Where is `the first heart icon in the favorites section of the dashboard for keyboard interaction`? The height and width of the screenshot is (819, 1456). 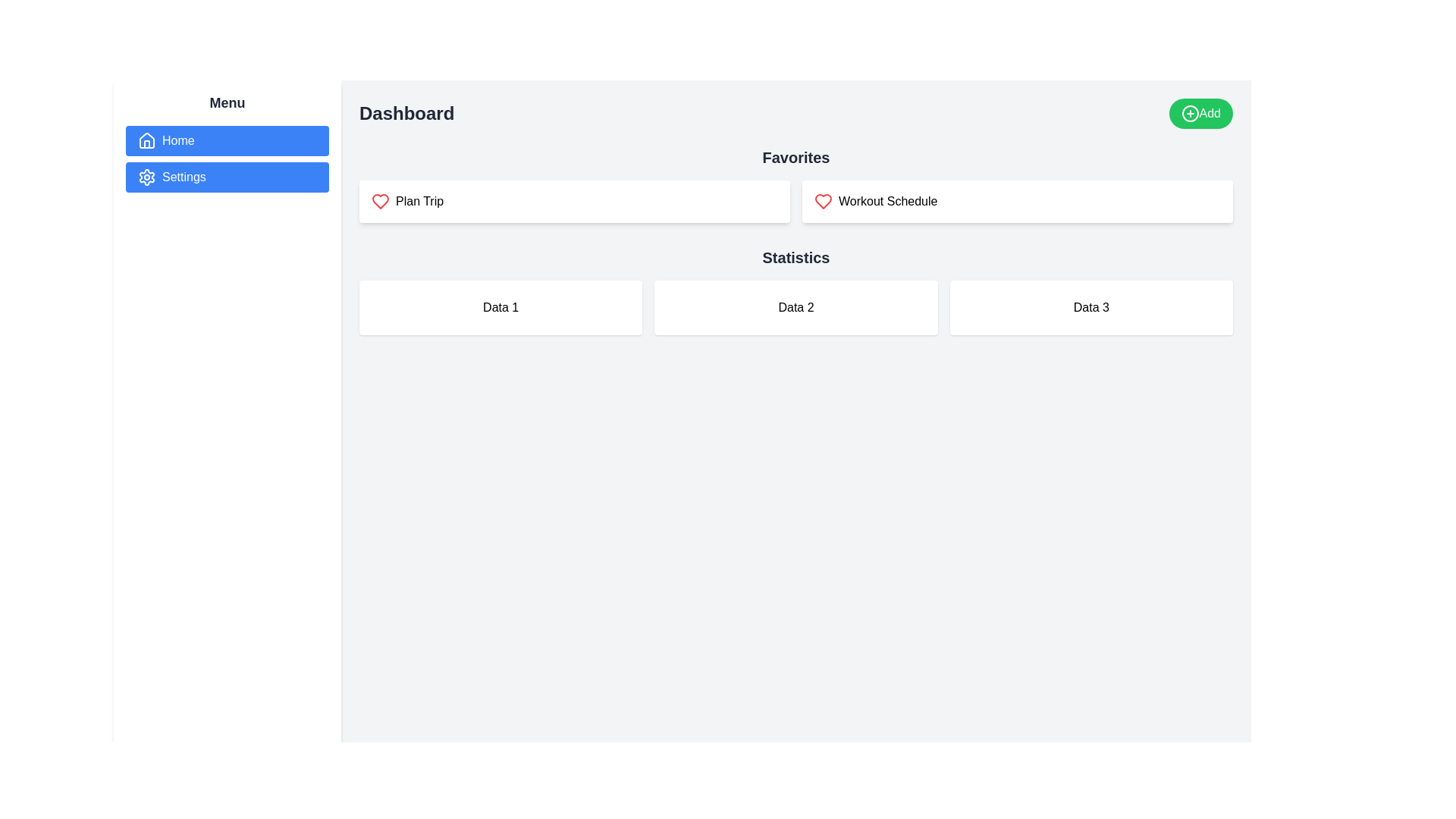 the first heart icon in the favorites section of the dashboard for keyboard interaction is located at coordinates (822, 201).